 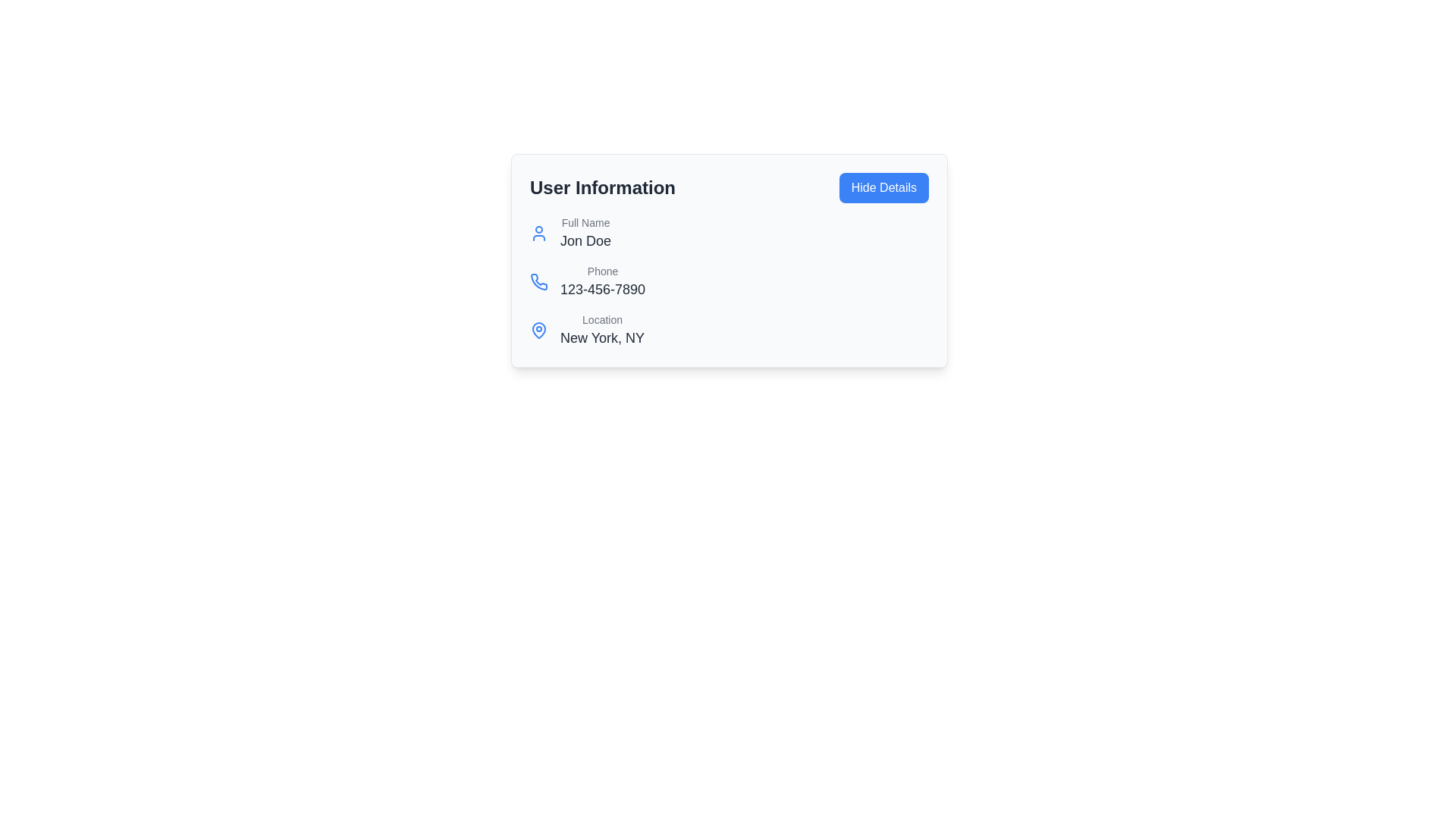 I want to click on the text label-value pair displaying the user's full name, located in the upper middle section of a card layout, directly below the user icon and above the phone number field, so click(x=585, y=234).